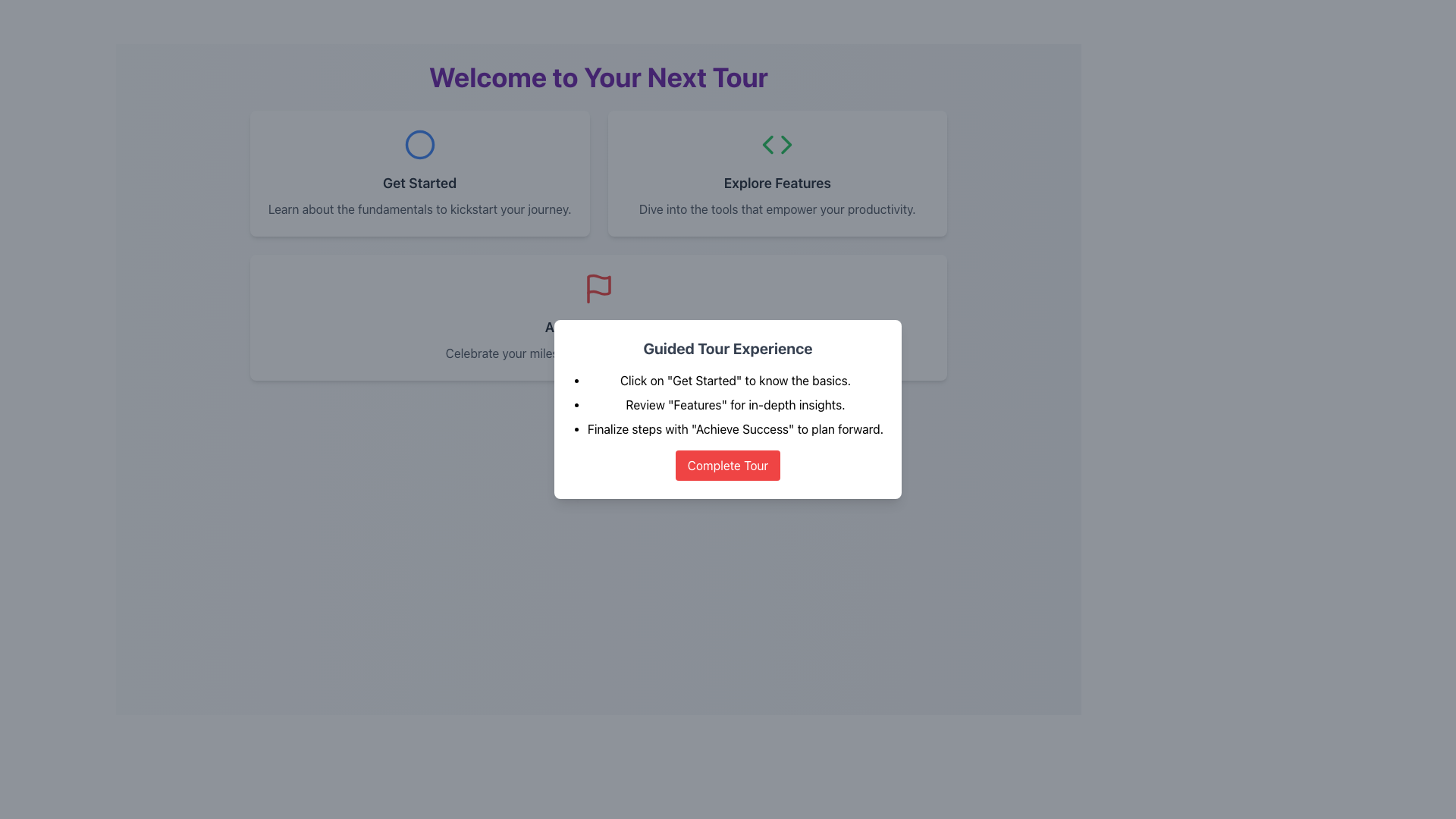 The image size is (1456, 819). What do you see at coordinates (419, 145) in the screenshot?
I see `Circle SVG element located in the upper-left quadrant of the page, directly above the 'Get Started' text` at bounding box center [419, 145].